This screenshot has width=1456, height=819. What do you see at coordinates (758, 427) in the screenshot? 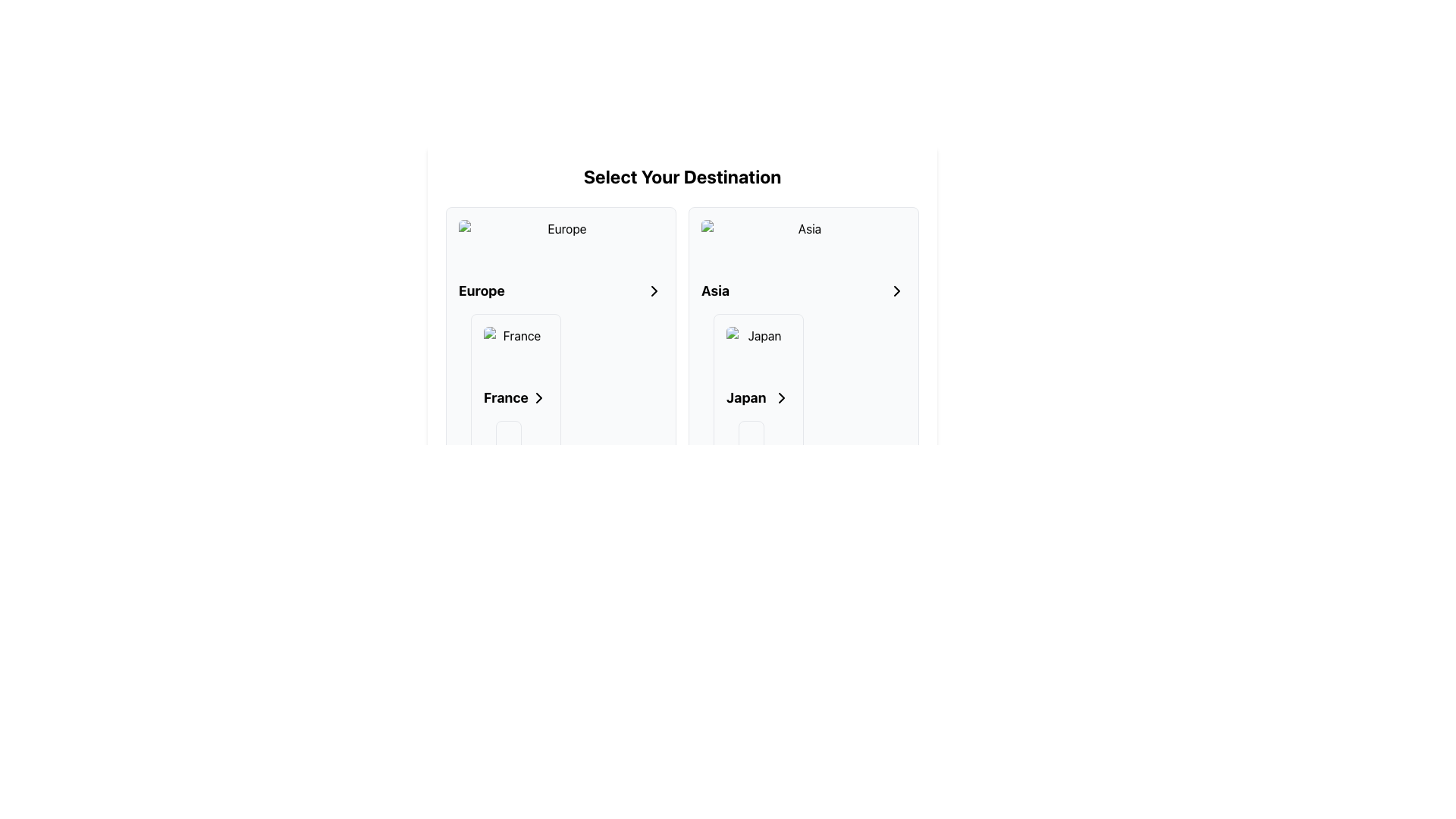
I see `the Destination selection card for 'Japan', which is the first card in the second column under the Asia section of the grid layout` at bounding box center [758, 427].